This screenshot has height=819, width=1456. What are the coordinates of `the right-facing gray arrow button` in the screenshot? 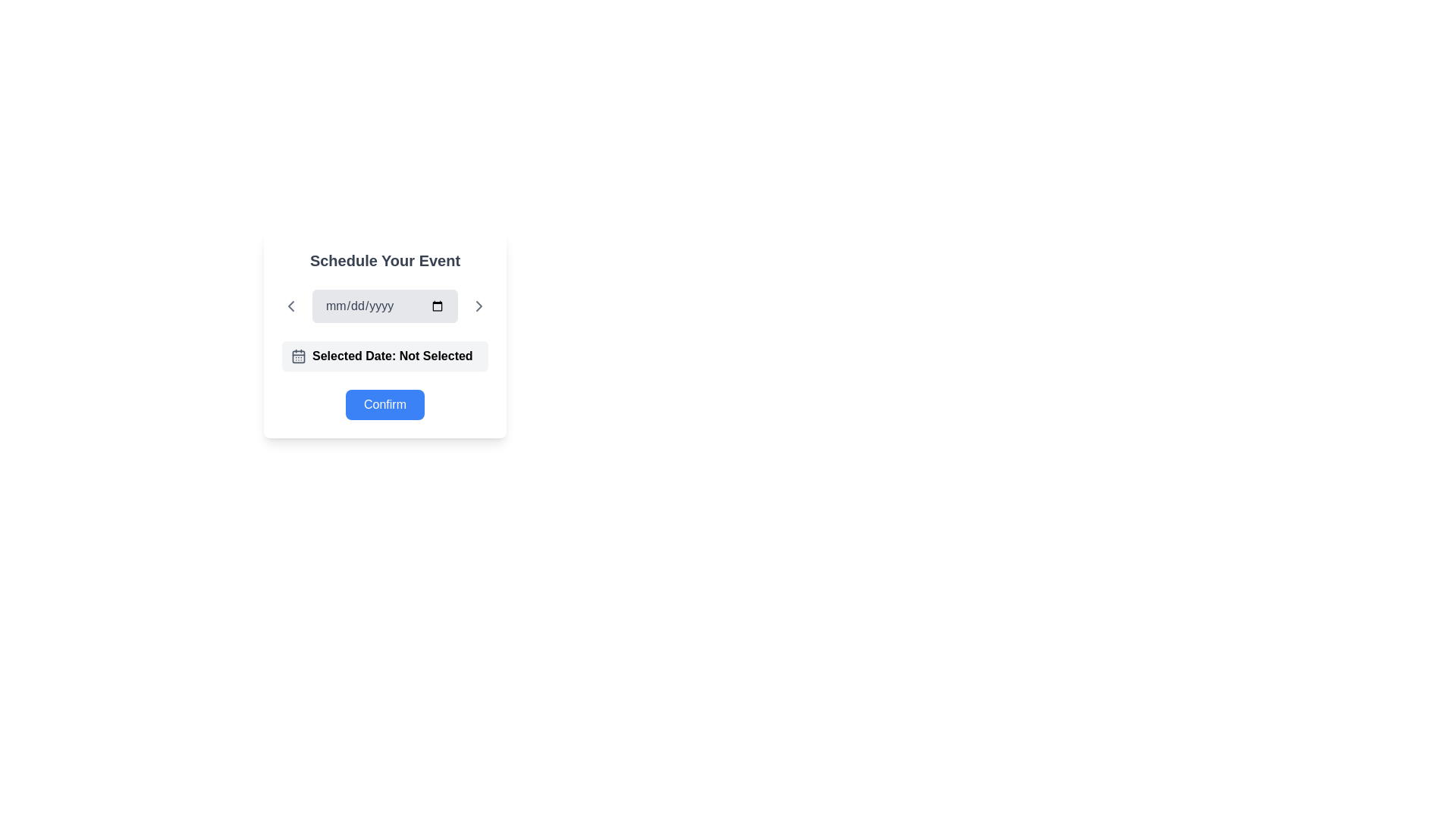 It's located at (479, 306).